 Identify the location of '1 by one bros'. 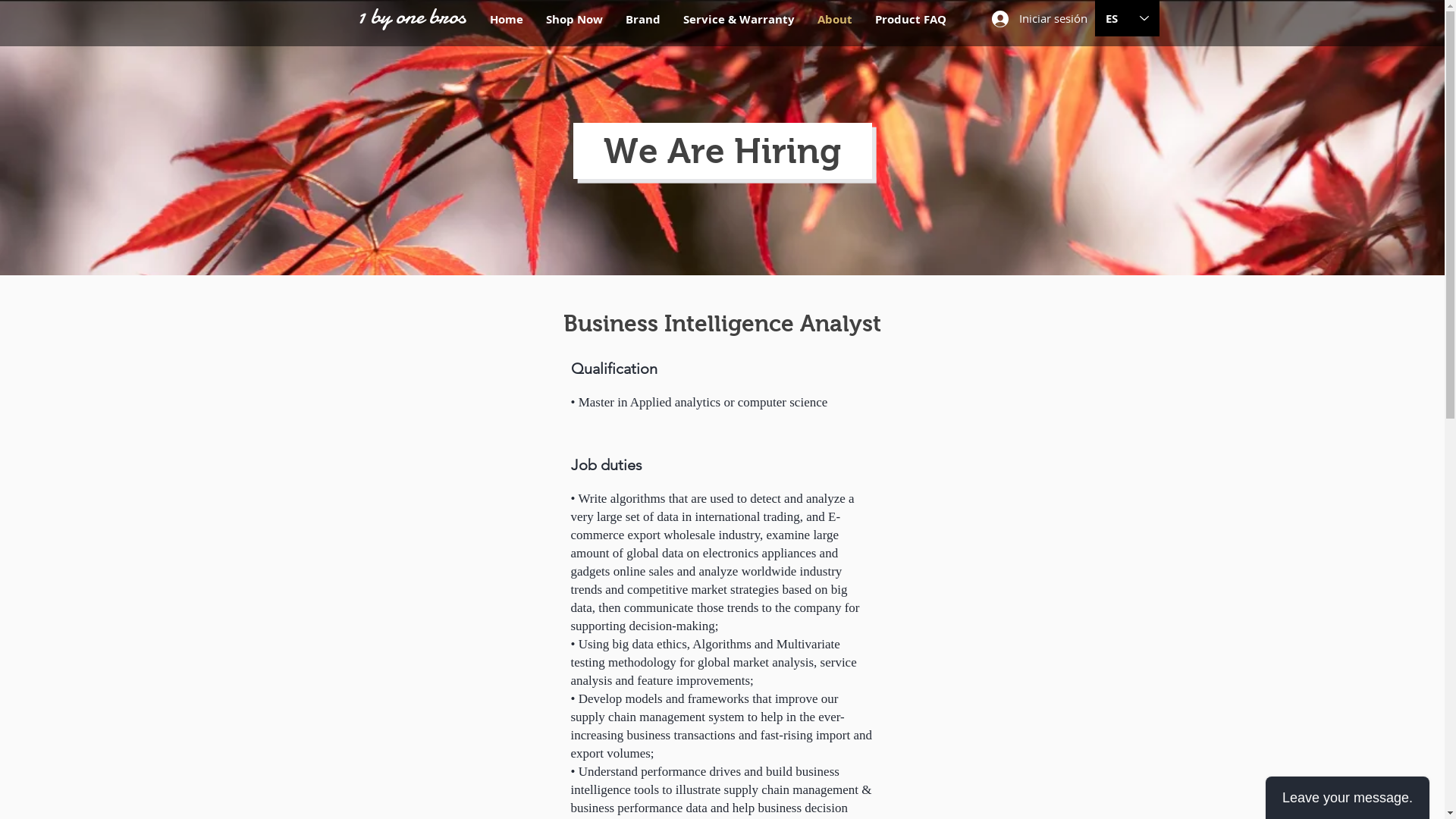
(411, 16).